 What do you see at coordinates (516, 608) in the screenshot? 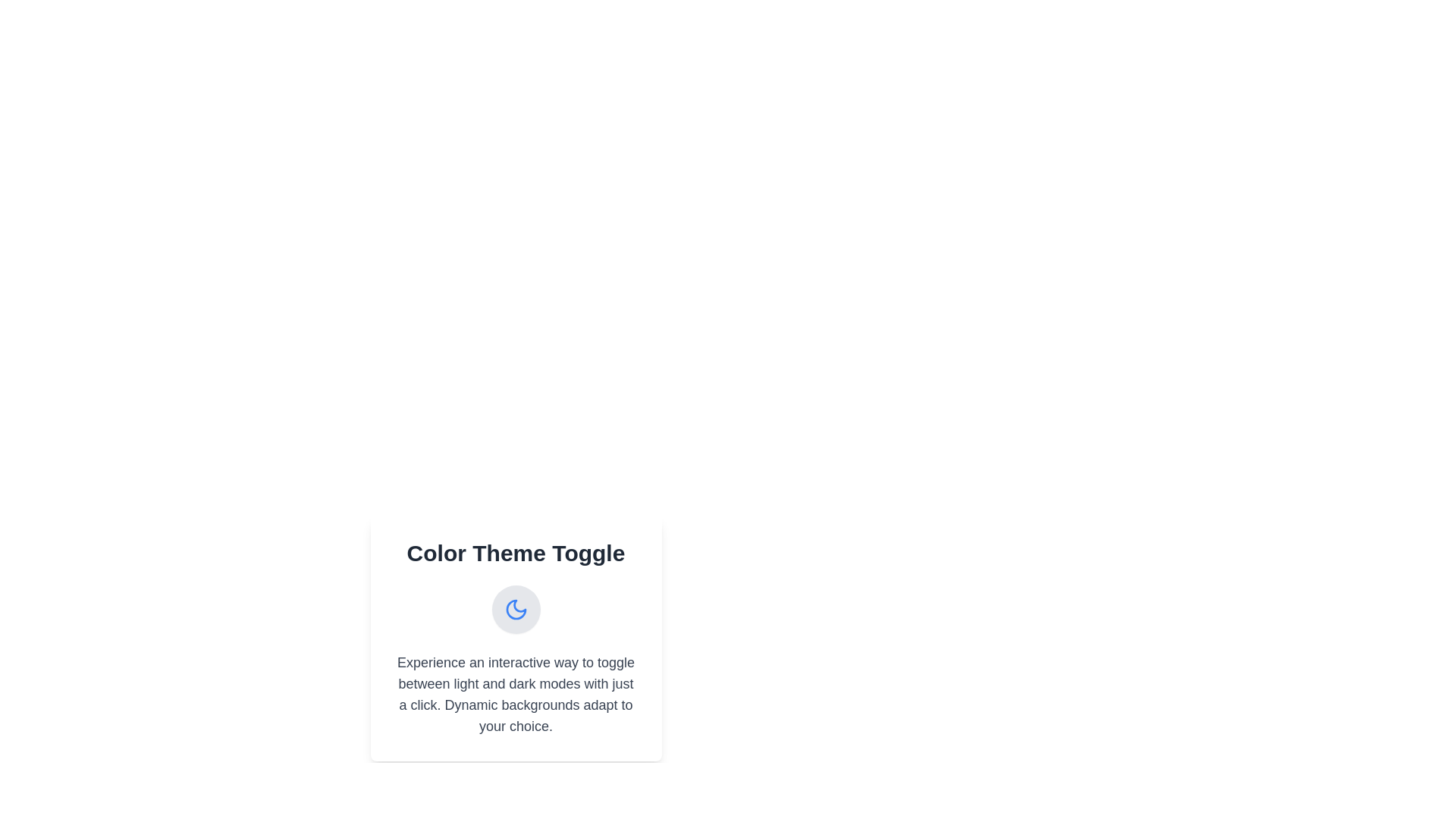
I see `the button located in the middle section of the 'Color Theme Toggle' card` at bounding box center [516, 608].